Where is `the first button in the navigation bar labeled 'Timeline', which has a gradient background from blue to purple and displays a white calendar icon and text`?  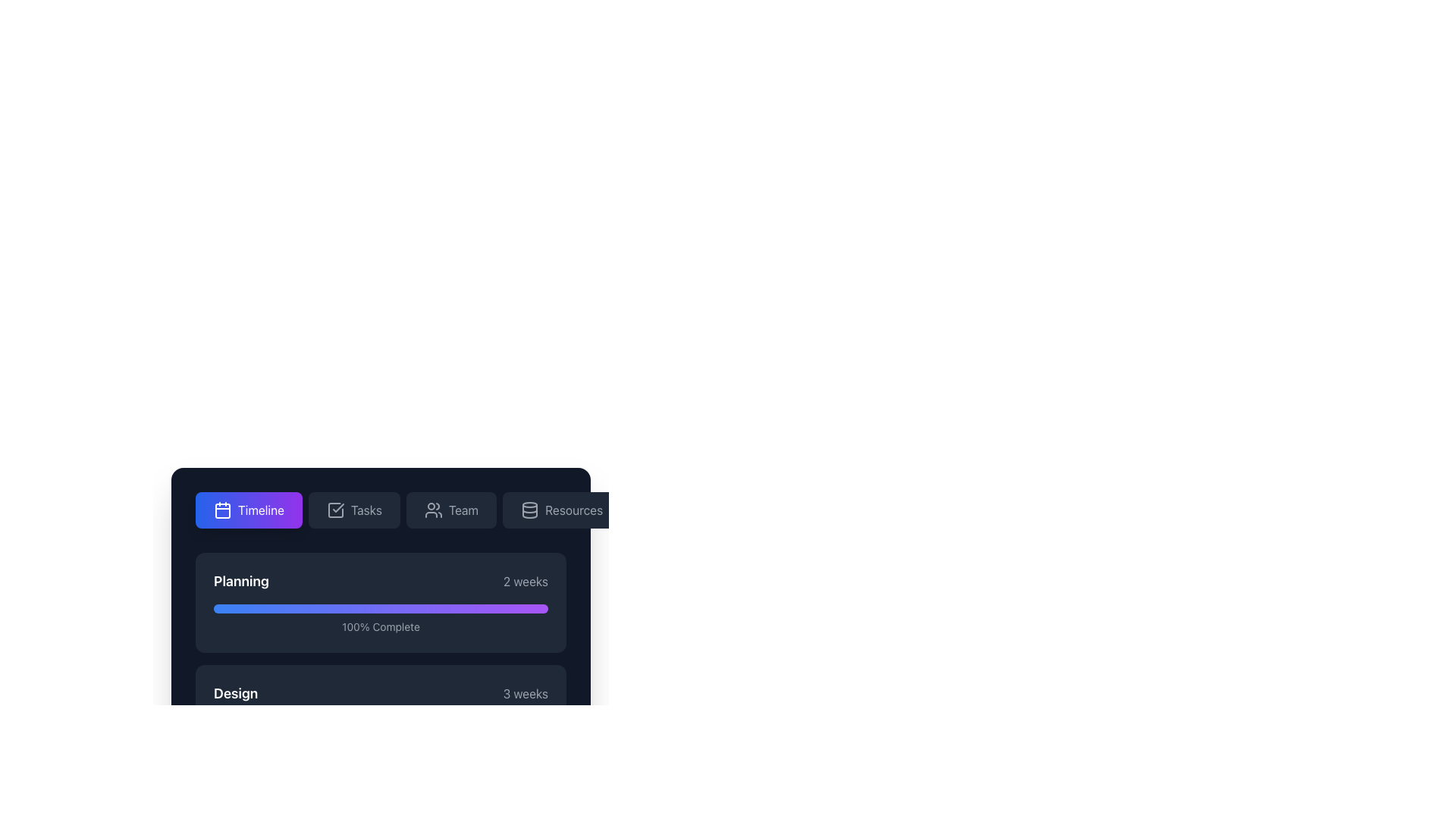
the first button in the navigation bar labeled 'Timeline', which has a gradient background from blue to purple and displays a white calendar icon and text is located at coordinates (249, 510).